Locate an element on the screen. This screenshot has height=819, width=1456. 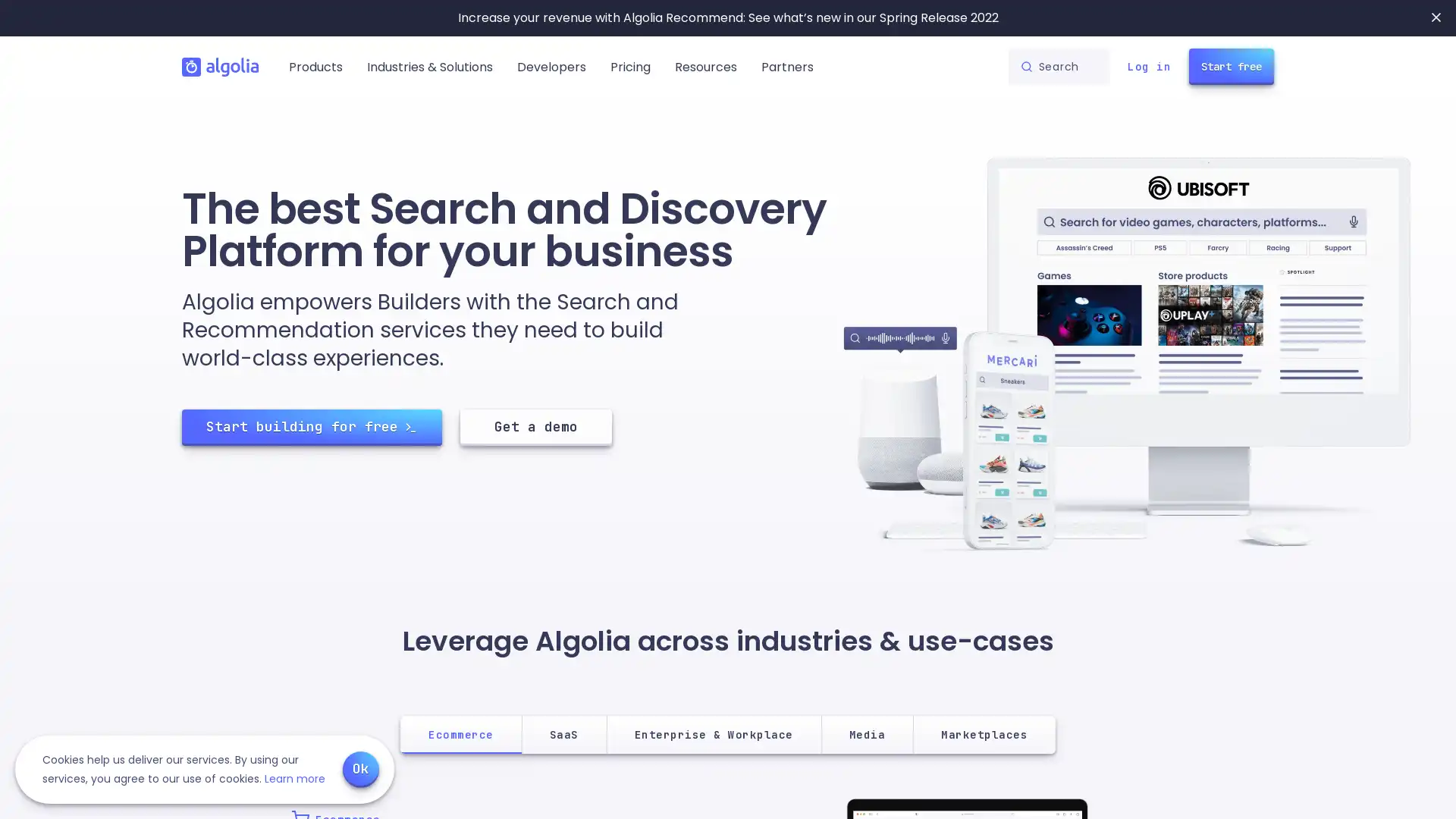
Ok is located at coordinates (359, 769).